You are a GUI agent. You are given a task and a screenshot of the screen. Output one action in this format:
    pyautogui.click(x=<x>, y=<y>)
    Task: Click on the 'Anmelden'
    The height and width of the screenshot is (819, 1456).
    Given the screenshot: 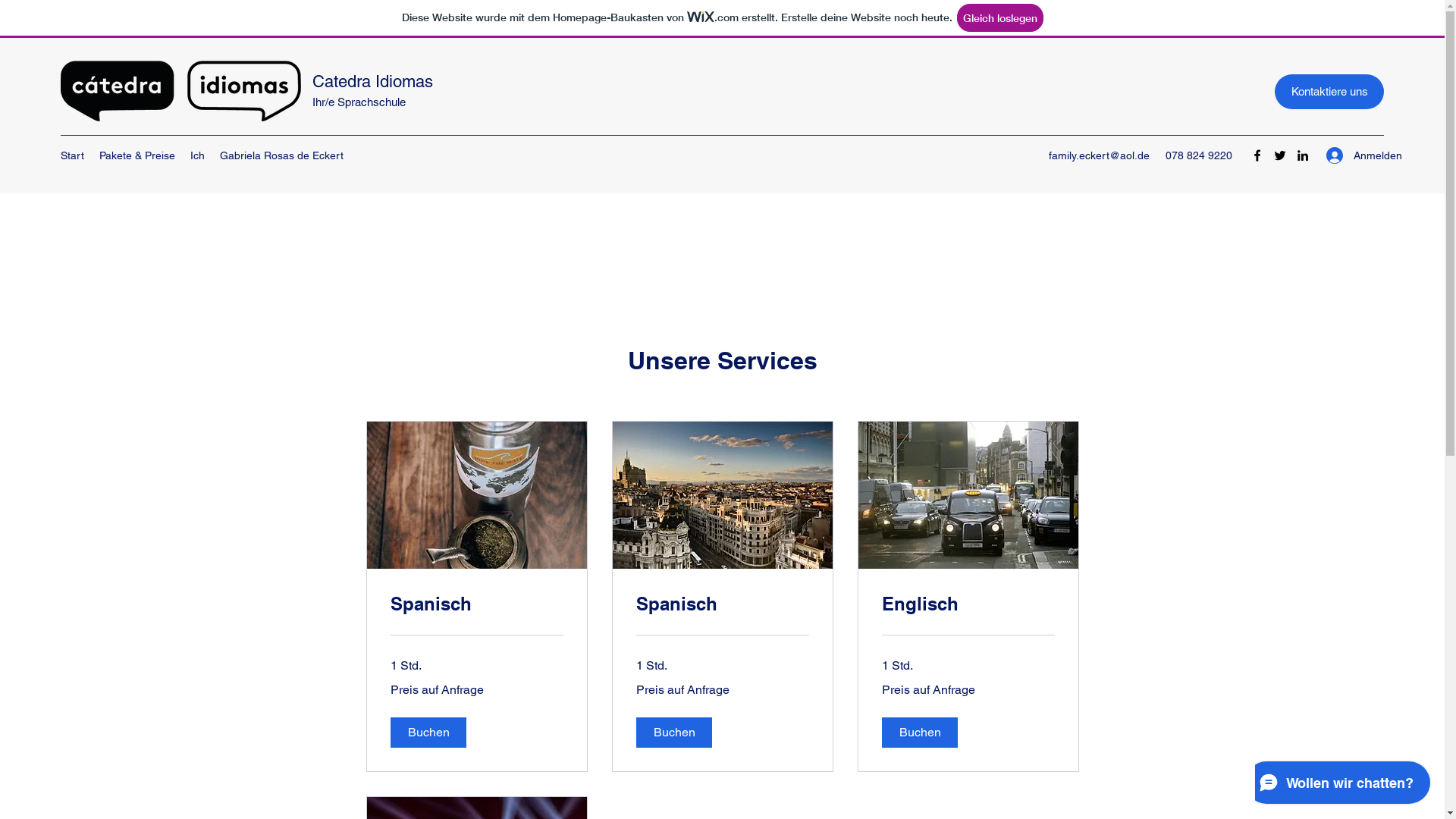 What is the action you would take?
    pyautogui.click(x=1314, y=155)
    